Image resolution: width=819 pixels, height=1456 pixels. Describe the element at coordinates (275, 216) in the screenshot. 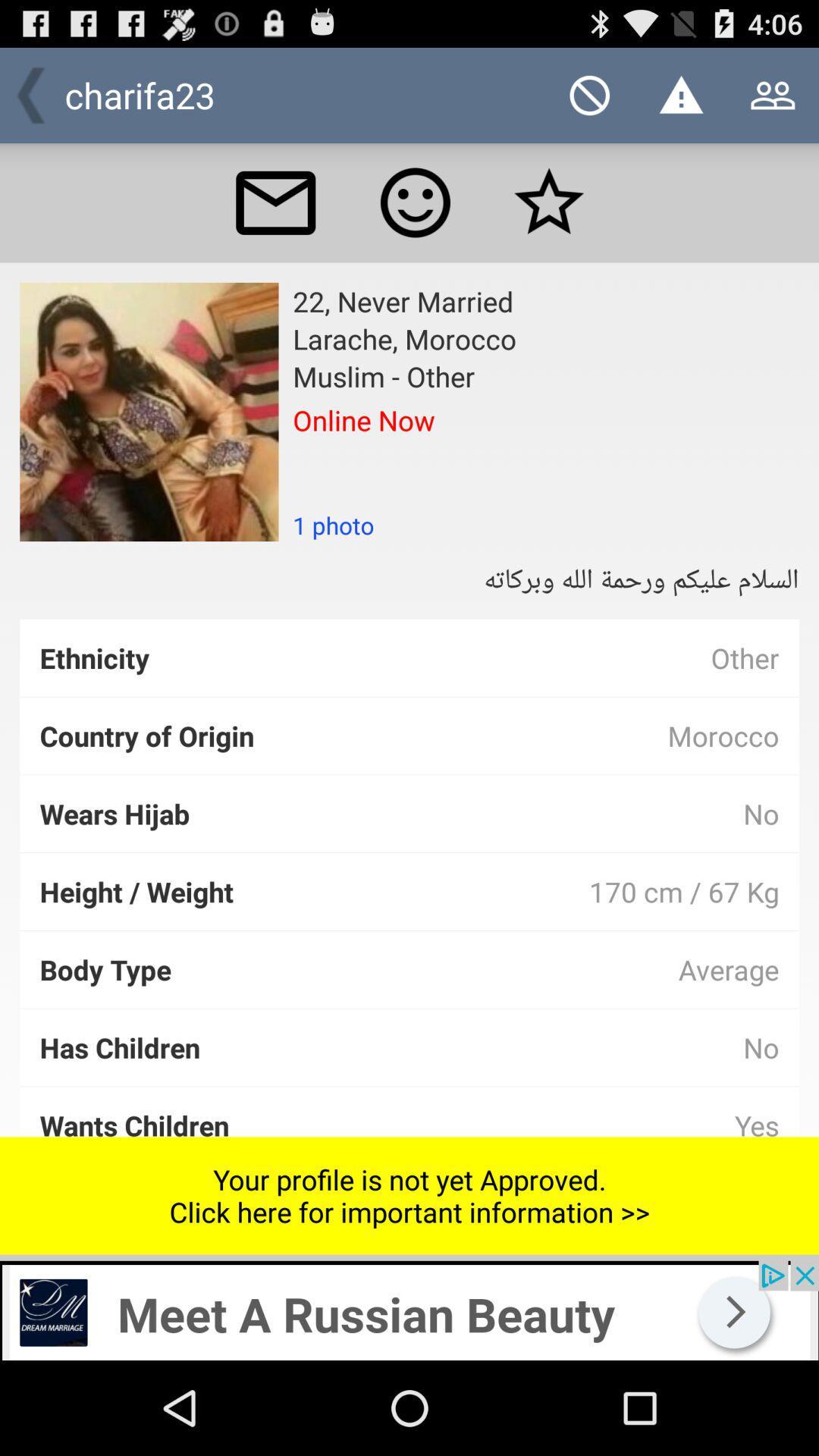

I see `the email icon` at that location.